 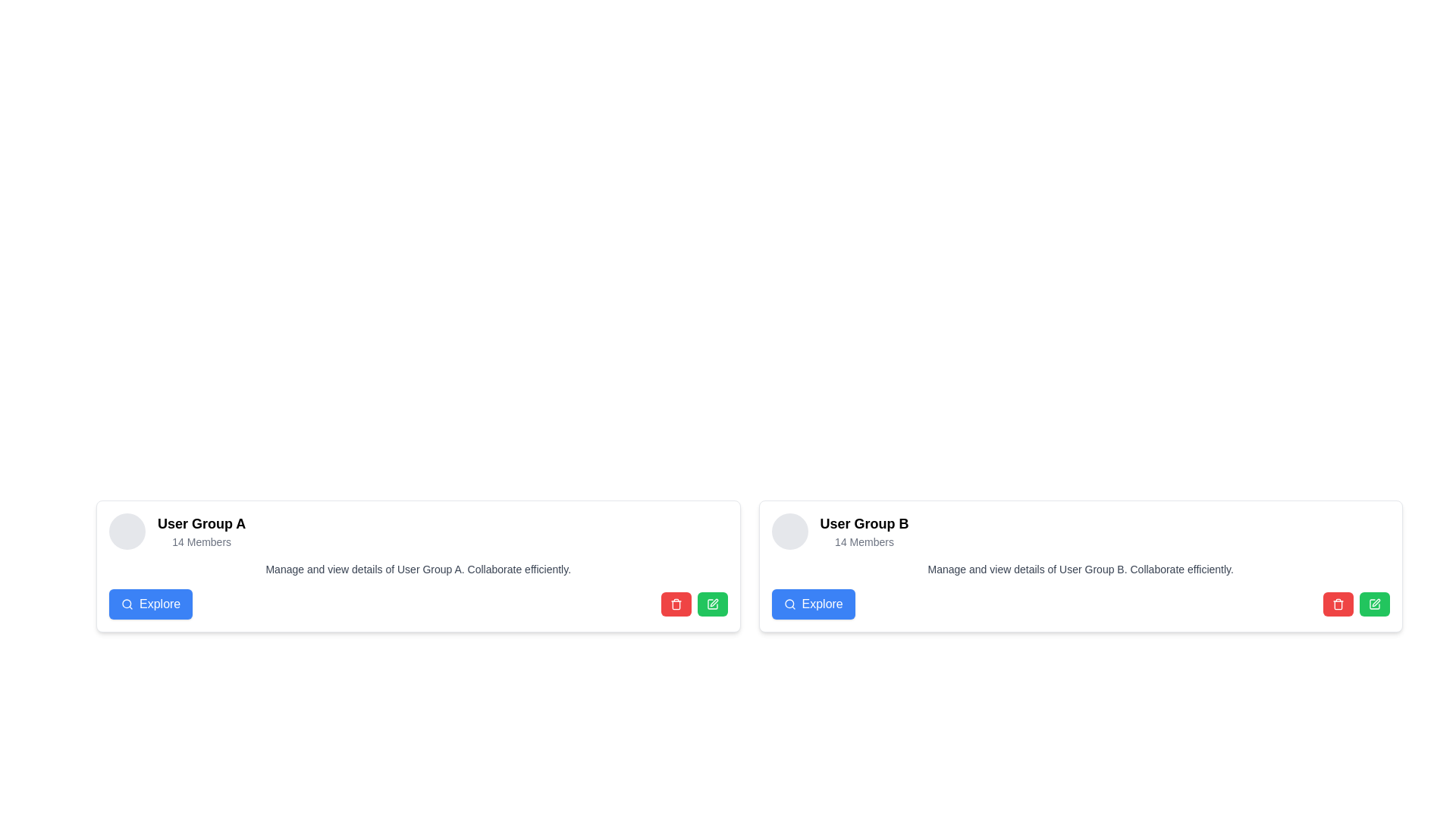 I want to click on the blue button labeled 'Explore' with a white magnifying glass icon located in the bottom-left corner of the card 'User Group B', so click(x=812, y=604).